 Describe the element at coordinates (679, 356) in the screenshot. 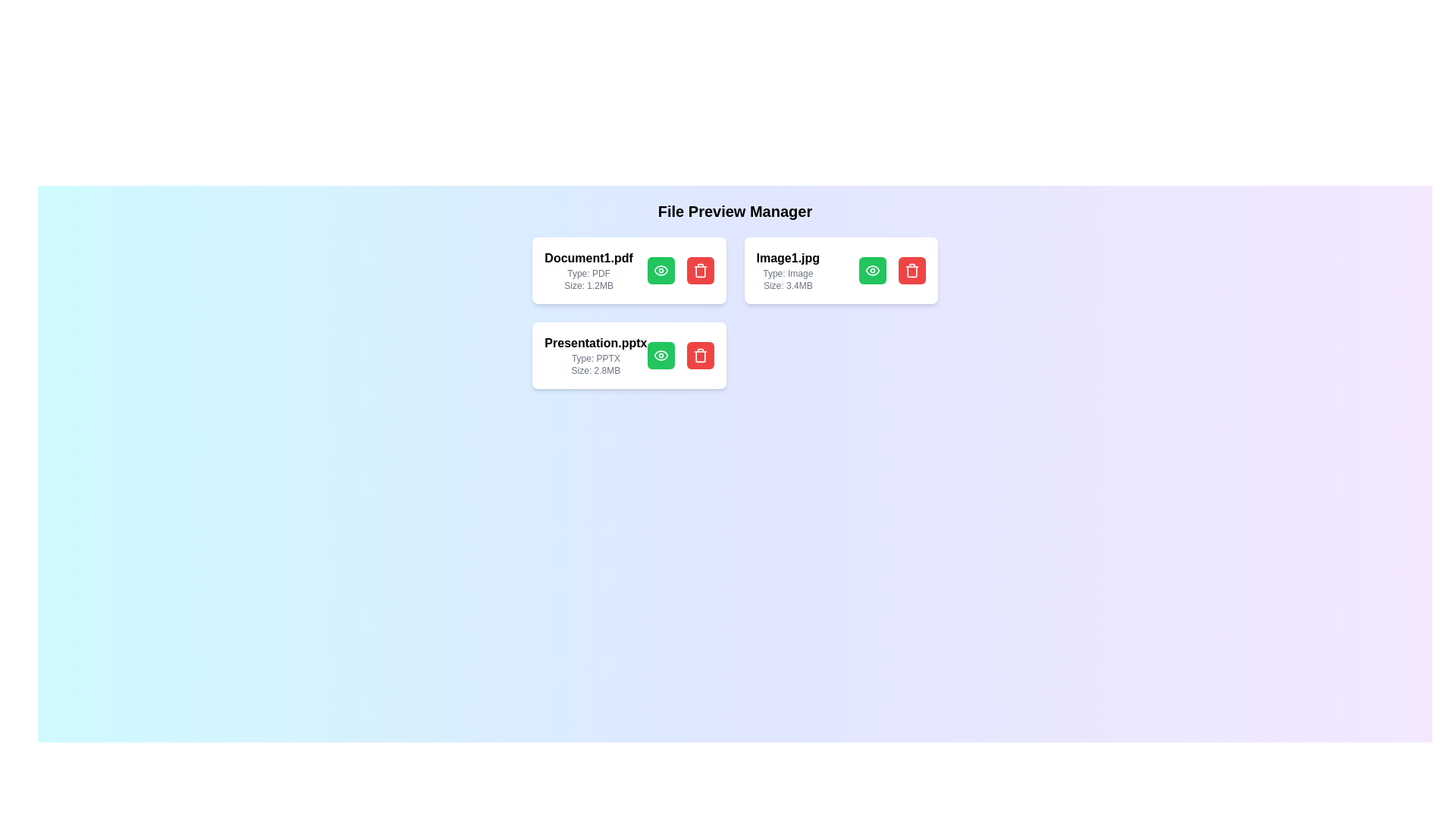

I see `the green button with the eye icon to preview the file associated with the 'Presentation.pptx' entry located in the bottom right section of the item's block` at that location.